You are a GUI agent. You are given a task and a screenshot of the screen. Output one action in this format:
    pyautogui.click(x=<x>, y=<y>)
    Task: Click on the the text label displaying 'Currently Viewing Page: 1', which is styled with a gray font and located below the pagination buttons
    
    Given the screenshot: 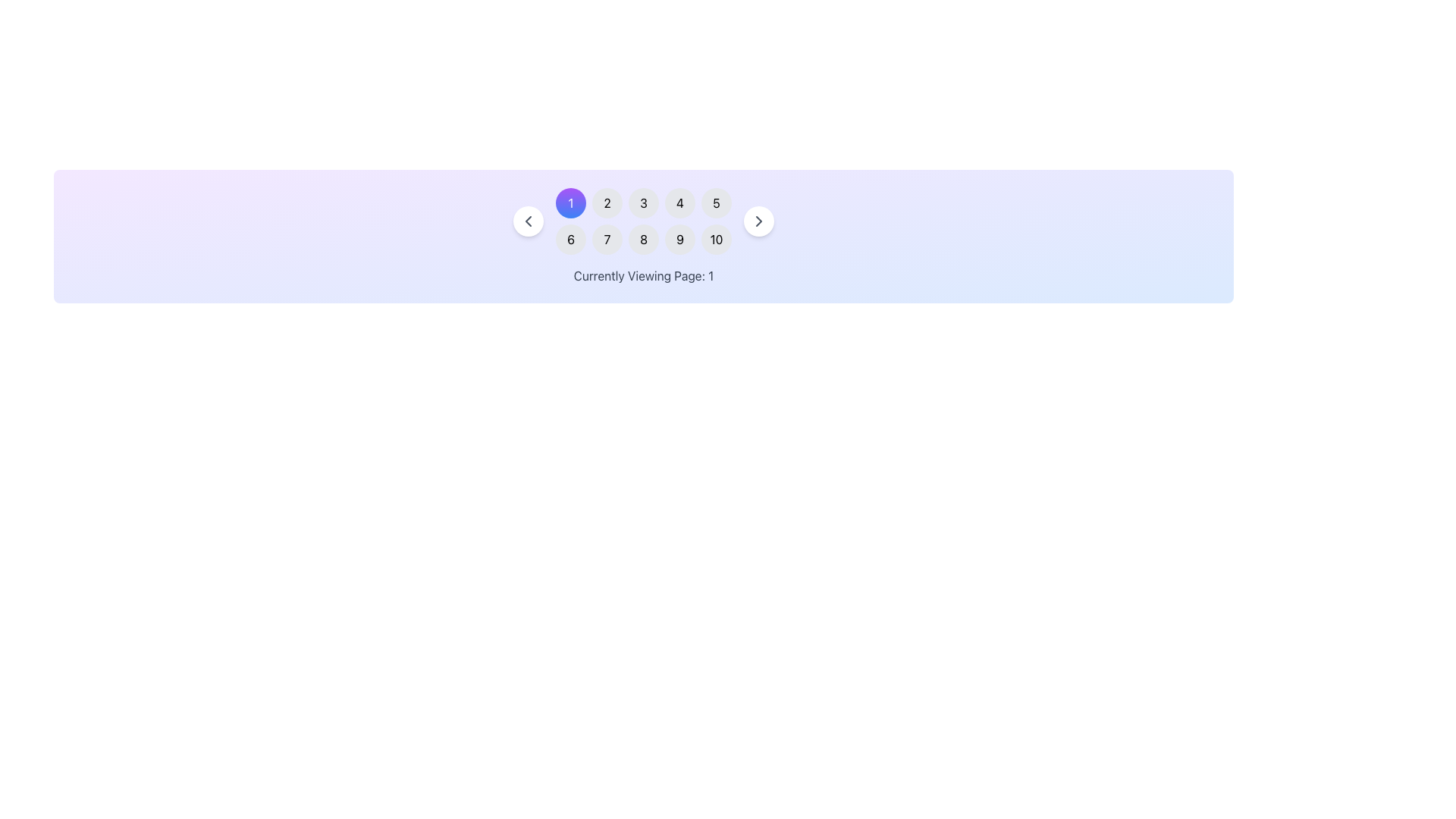 What is the action you would take?
    pyautogui.click(x=644, y=275)
    